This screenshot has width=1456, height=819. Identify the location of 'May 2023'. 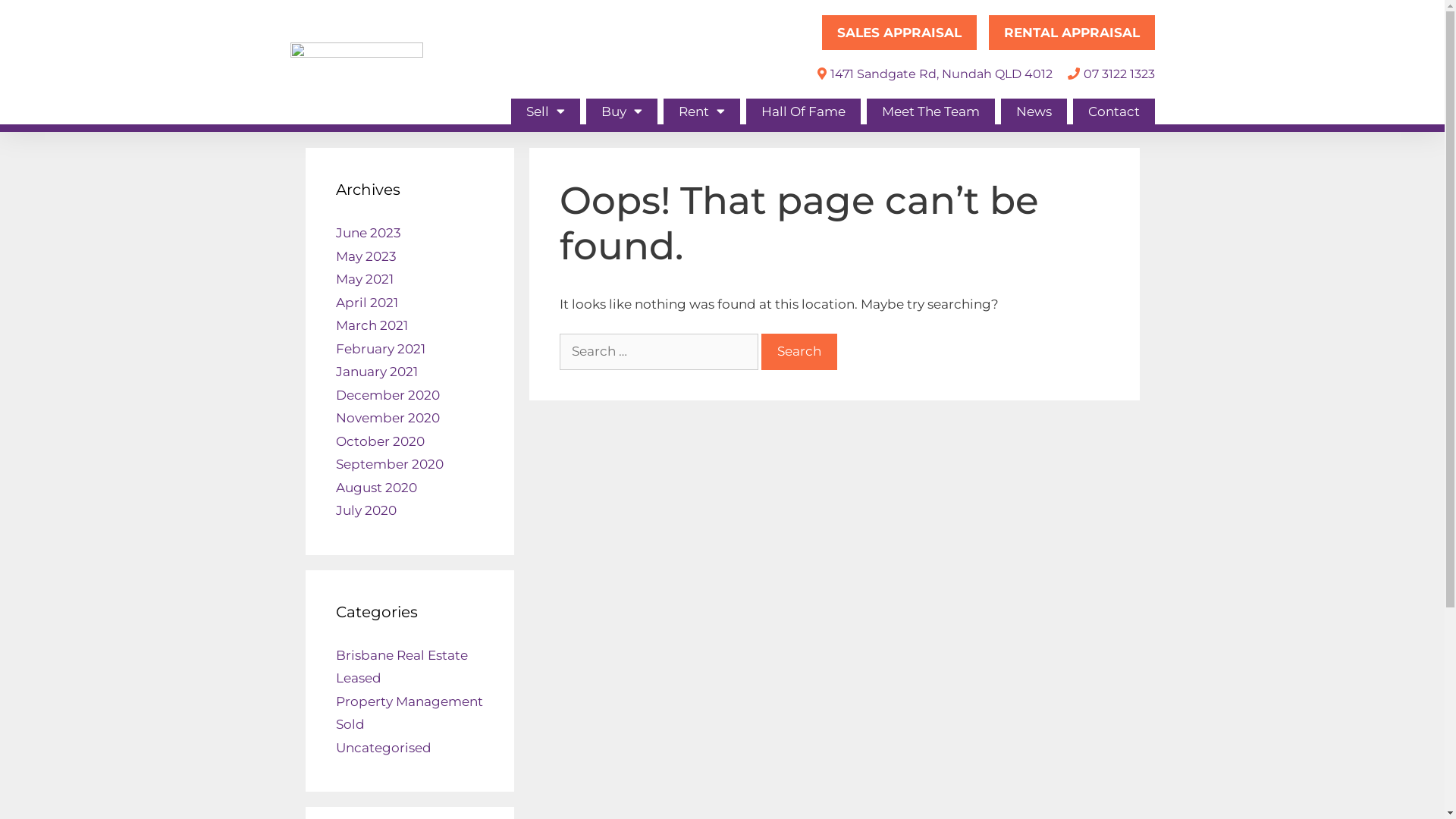
(365, 256).